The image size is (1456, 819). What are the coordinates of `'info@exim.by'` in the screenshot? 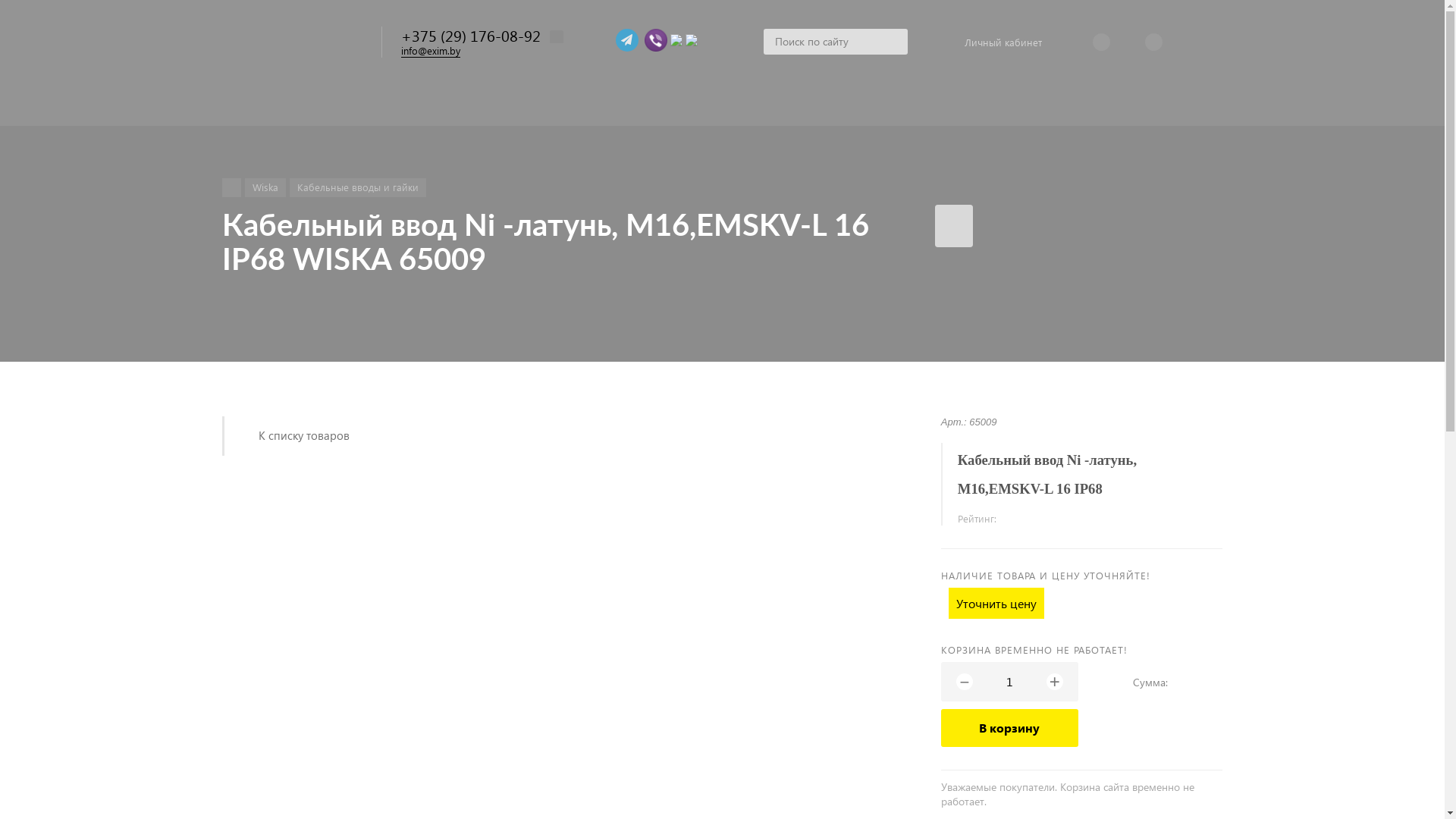 It's located at (428, 49).